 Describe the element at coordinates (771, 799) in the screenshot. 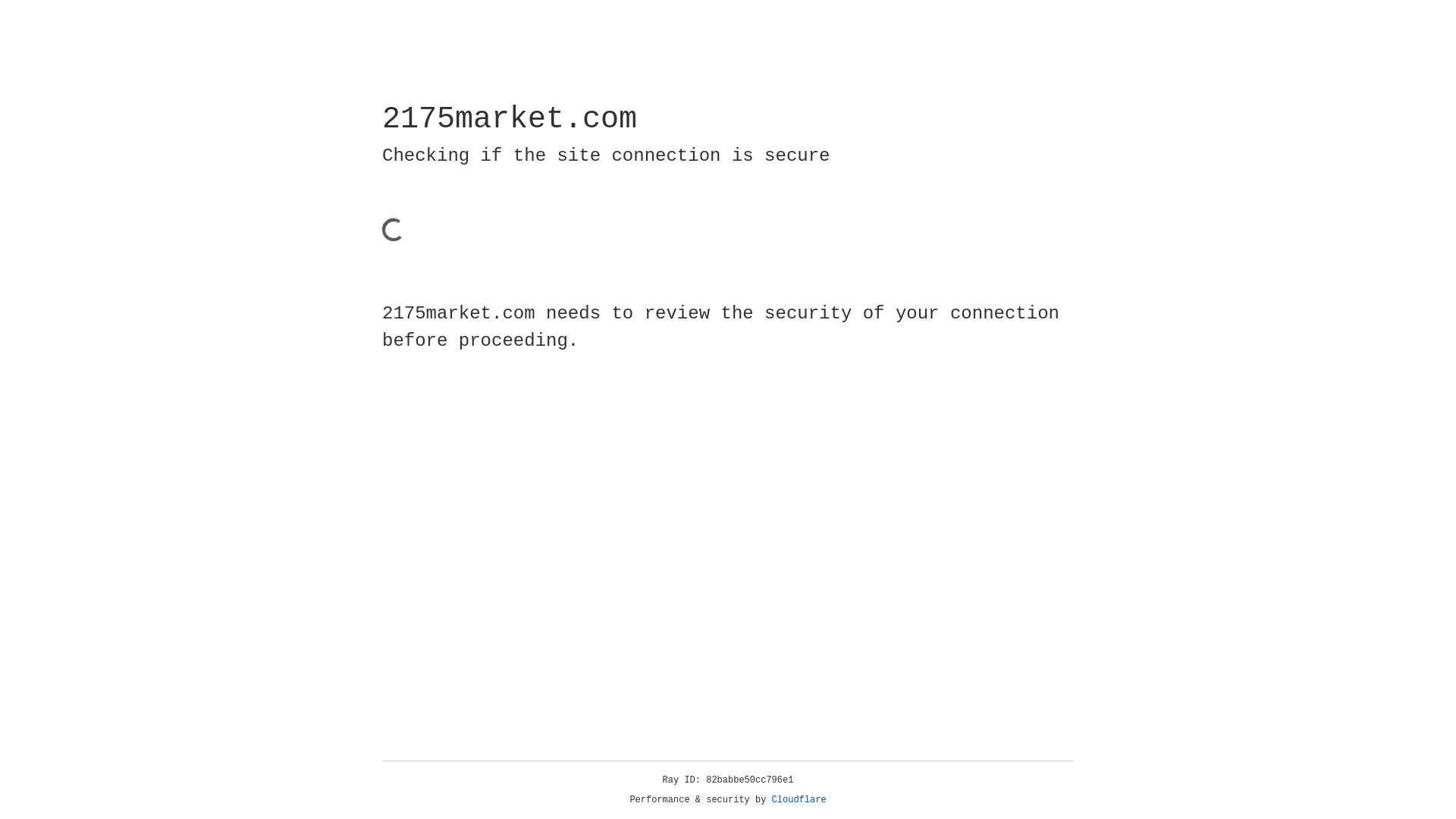

I see `'Cloudflare'` at that location.